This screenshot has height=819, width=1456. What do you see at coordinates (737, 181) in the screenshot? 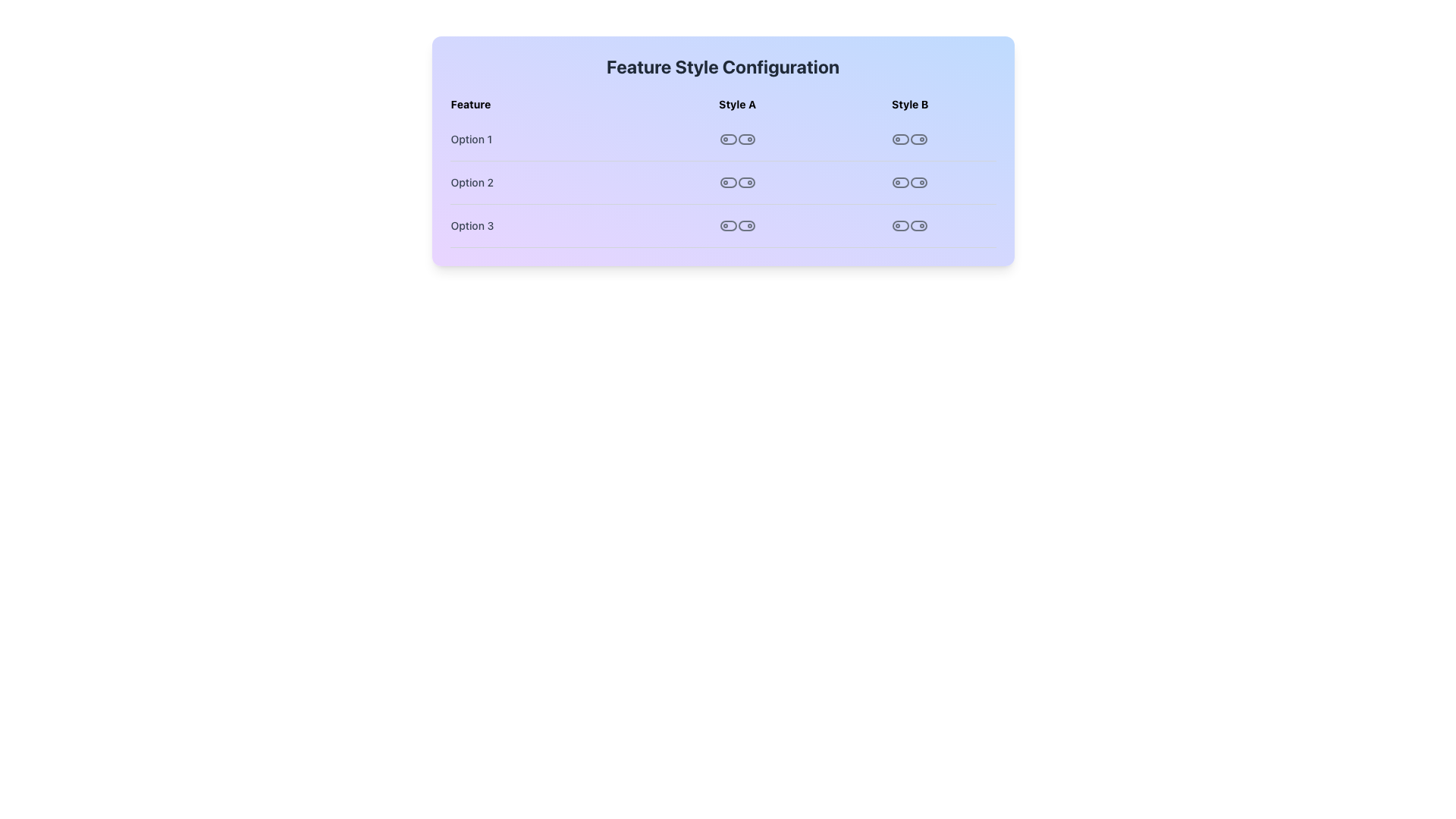
I see `the toggle switch in the 'Option 2' row of the configuration table` at bounding box center [737, 181].